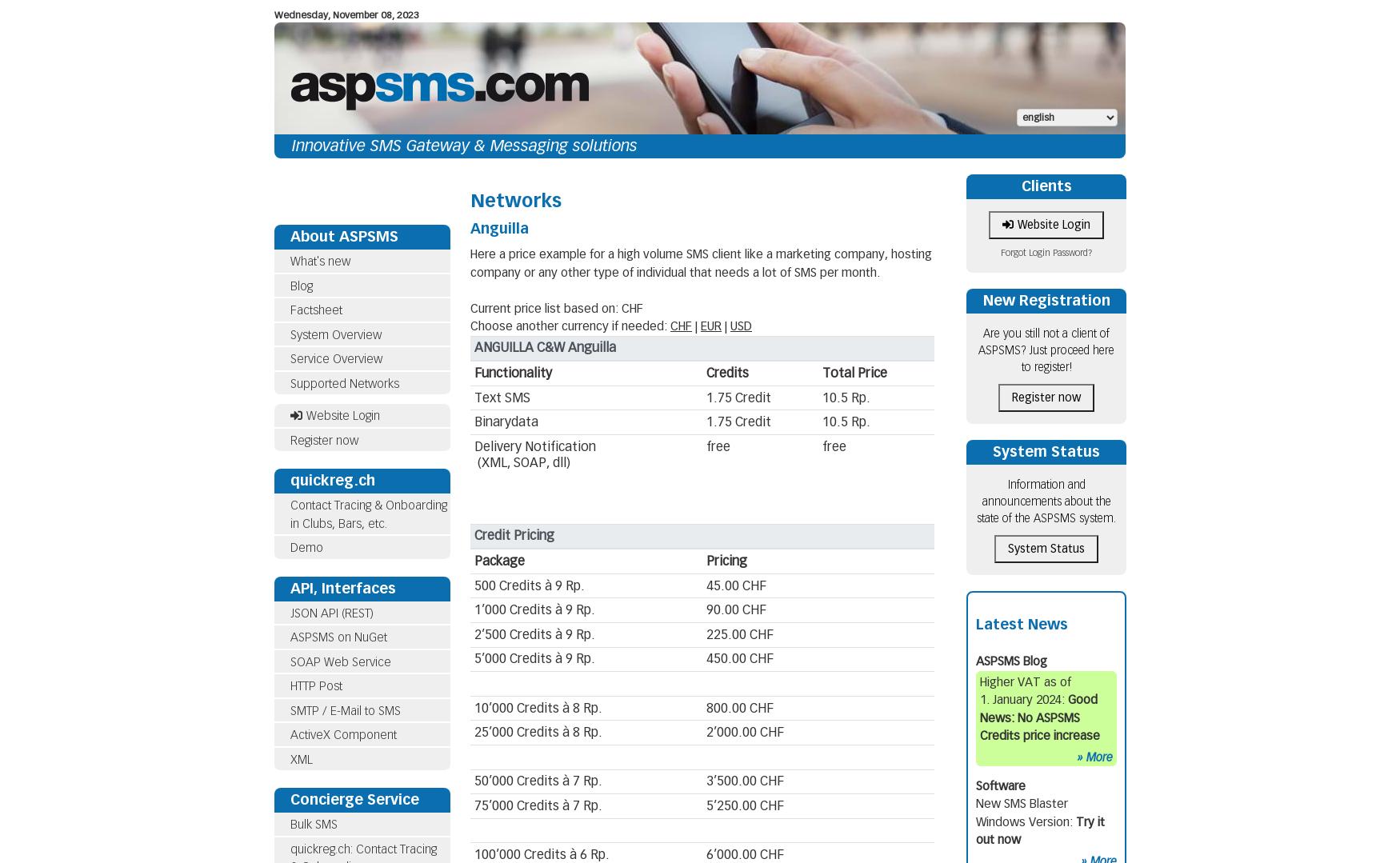 This screenshot has width=1400, height=863. What do you see at coordinates (515, 200) in the screenshot?
I see `'Networks'` at bounding box center [515, 200].